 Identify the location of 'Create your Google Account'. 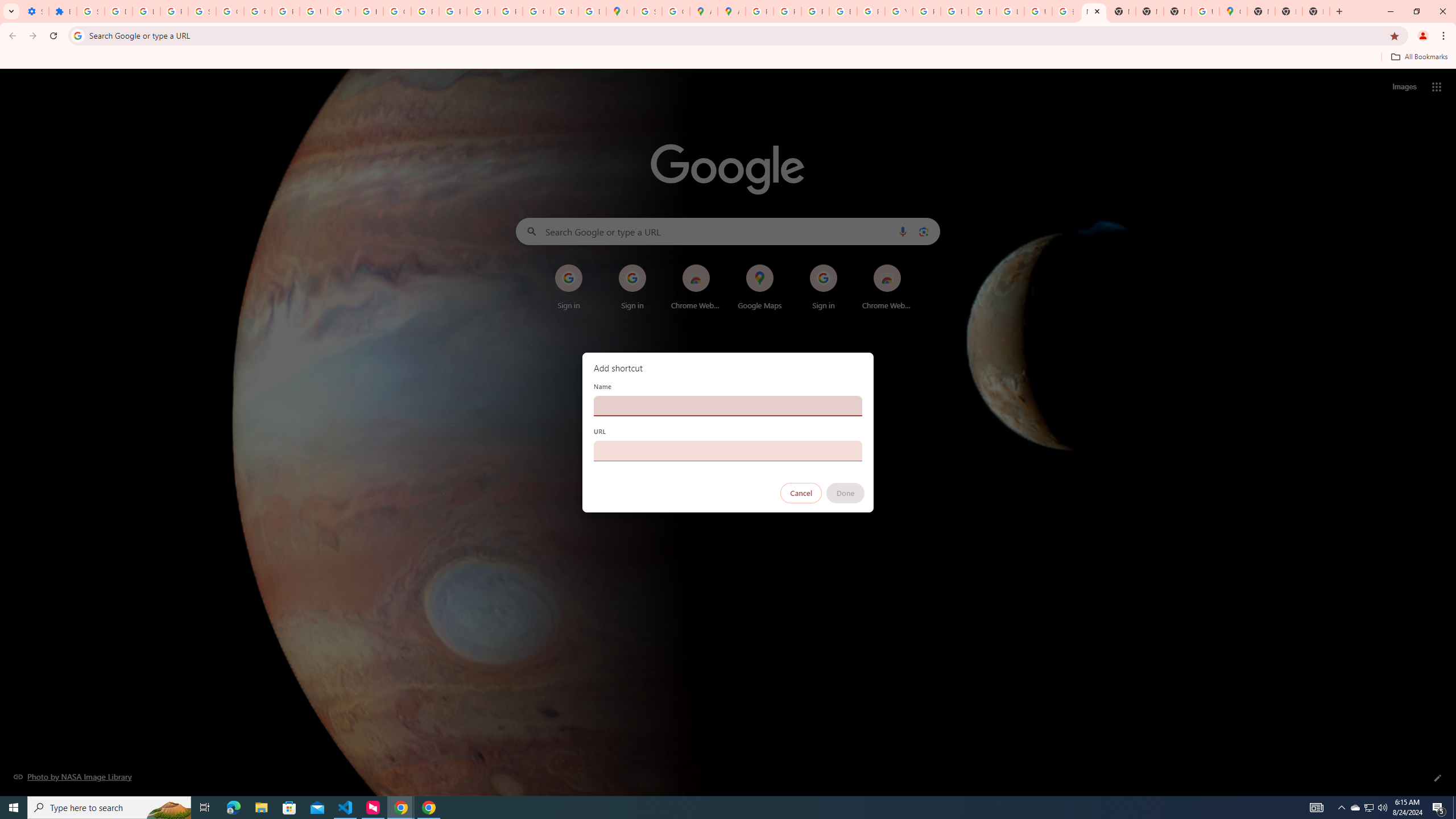
(675, 11).